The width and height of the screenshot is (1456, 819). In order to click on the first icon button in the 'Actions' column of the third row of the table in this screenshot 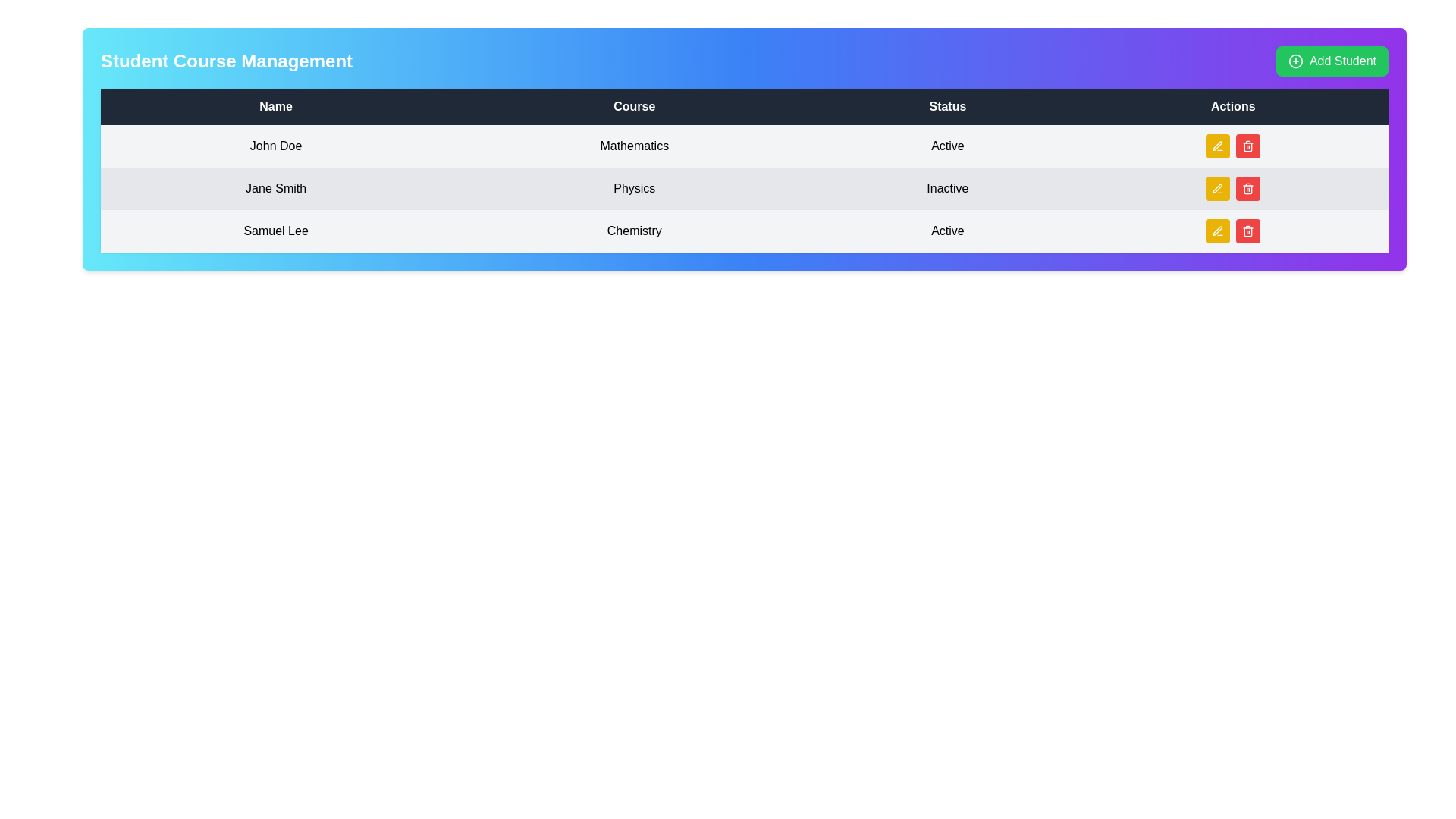, I will do `click(1216, 231)`.